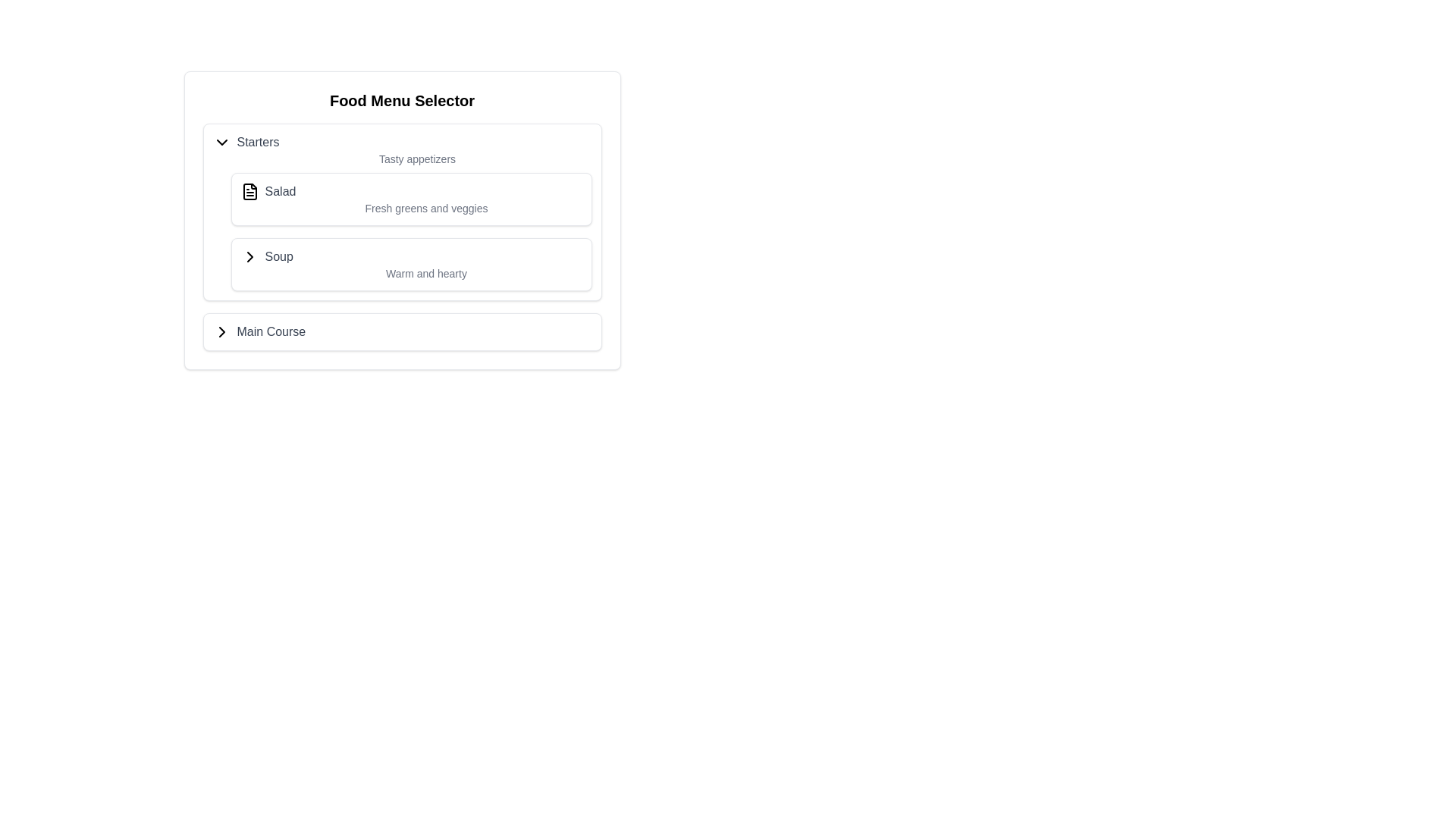  Describe the element at coordinates (402, 237) in the screenshot. I see `the 'Soup' selectable menu item, which is the third entry under the 'Food Menu Selector'` at that location.